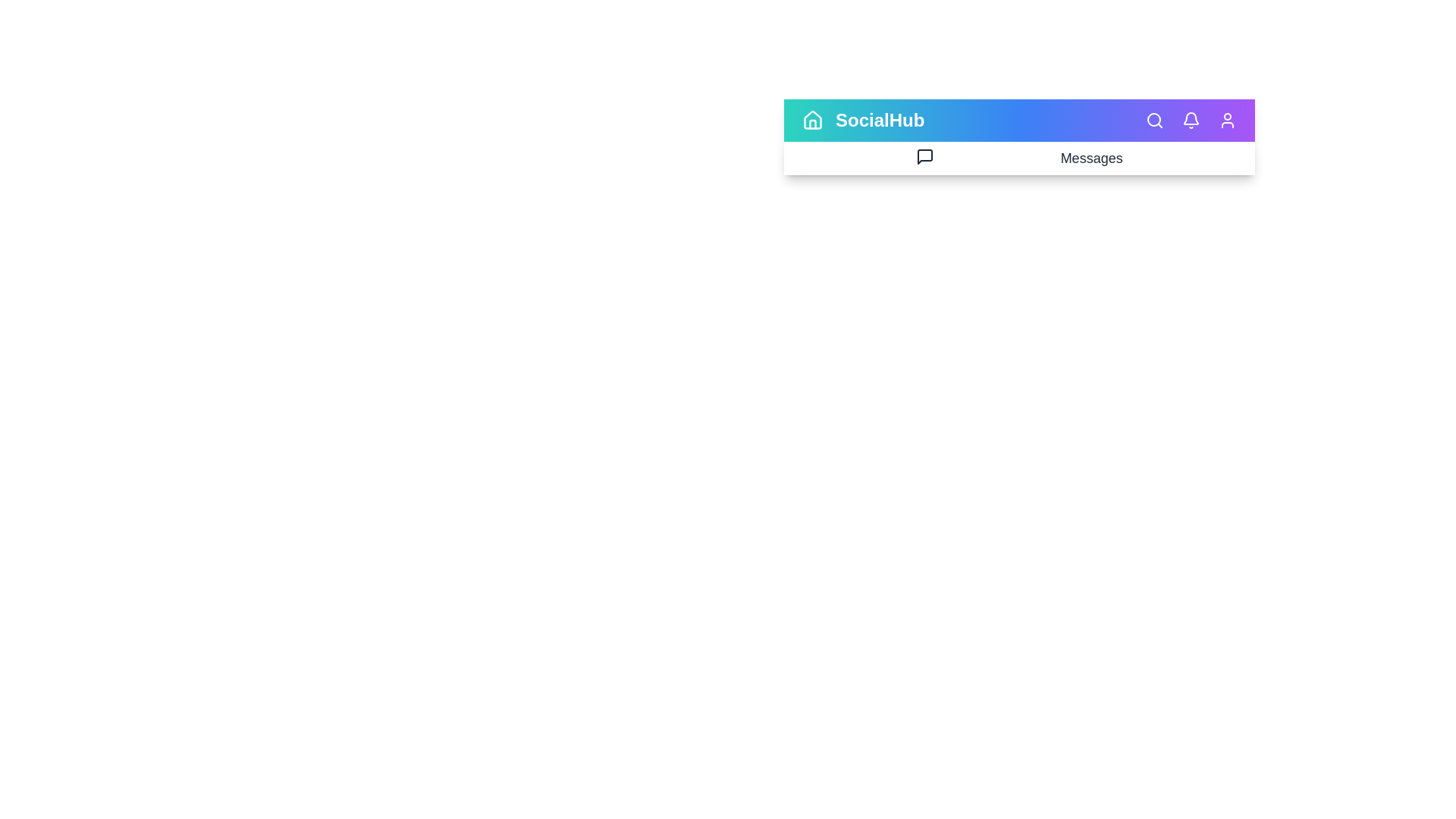 Image resolution: width=1456 pixels, height=819 pixels. I want to click on the 'Messages' text to select it, so click(1090, 158).